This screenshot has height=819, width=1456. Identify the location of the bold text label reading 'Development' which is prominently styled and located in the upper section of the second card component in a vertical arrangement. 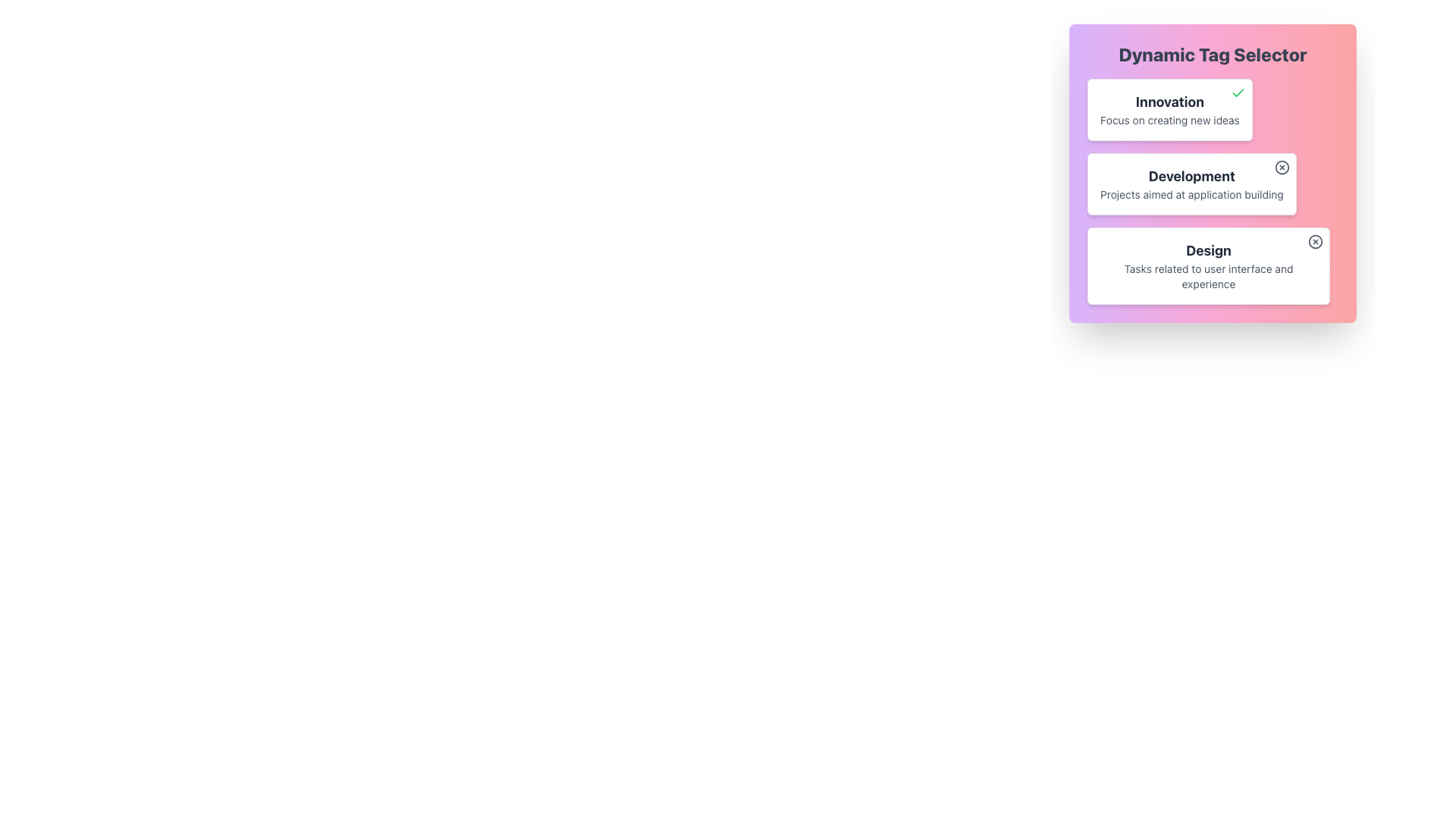
(1191, 175).